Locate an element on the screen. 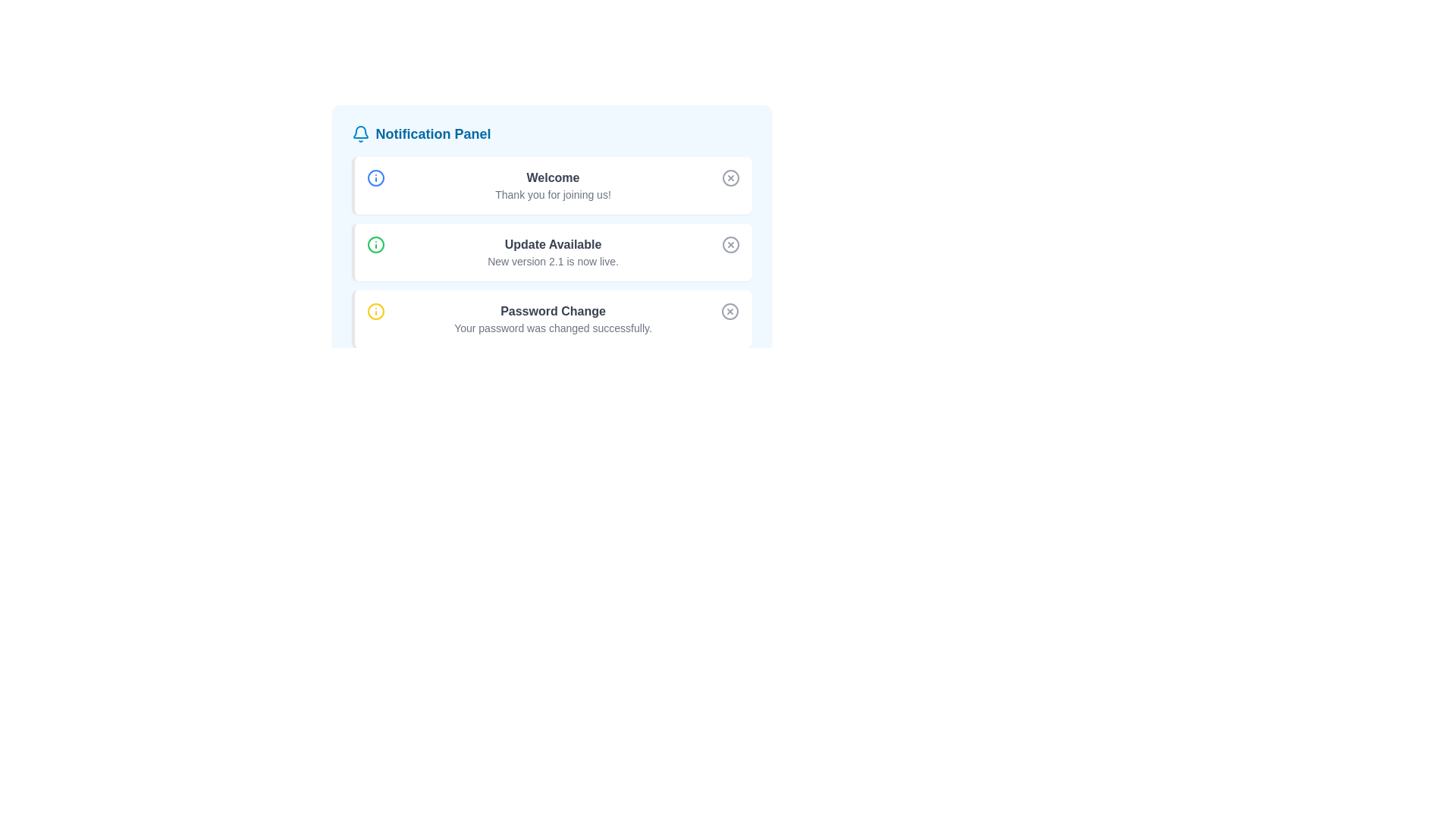  the 'Notification Panel' header element is located at coordinates (551, 133).